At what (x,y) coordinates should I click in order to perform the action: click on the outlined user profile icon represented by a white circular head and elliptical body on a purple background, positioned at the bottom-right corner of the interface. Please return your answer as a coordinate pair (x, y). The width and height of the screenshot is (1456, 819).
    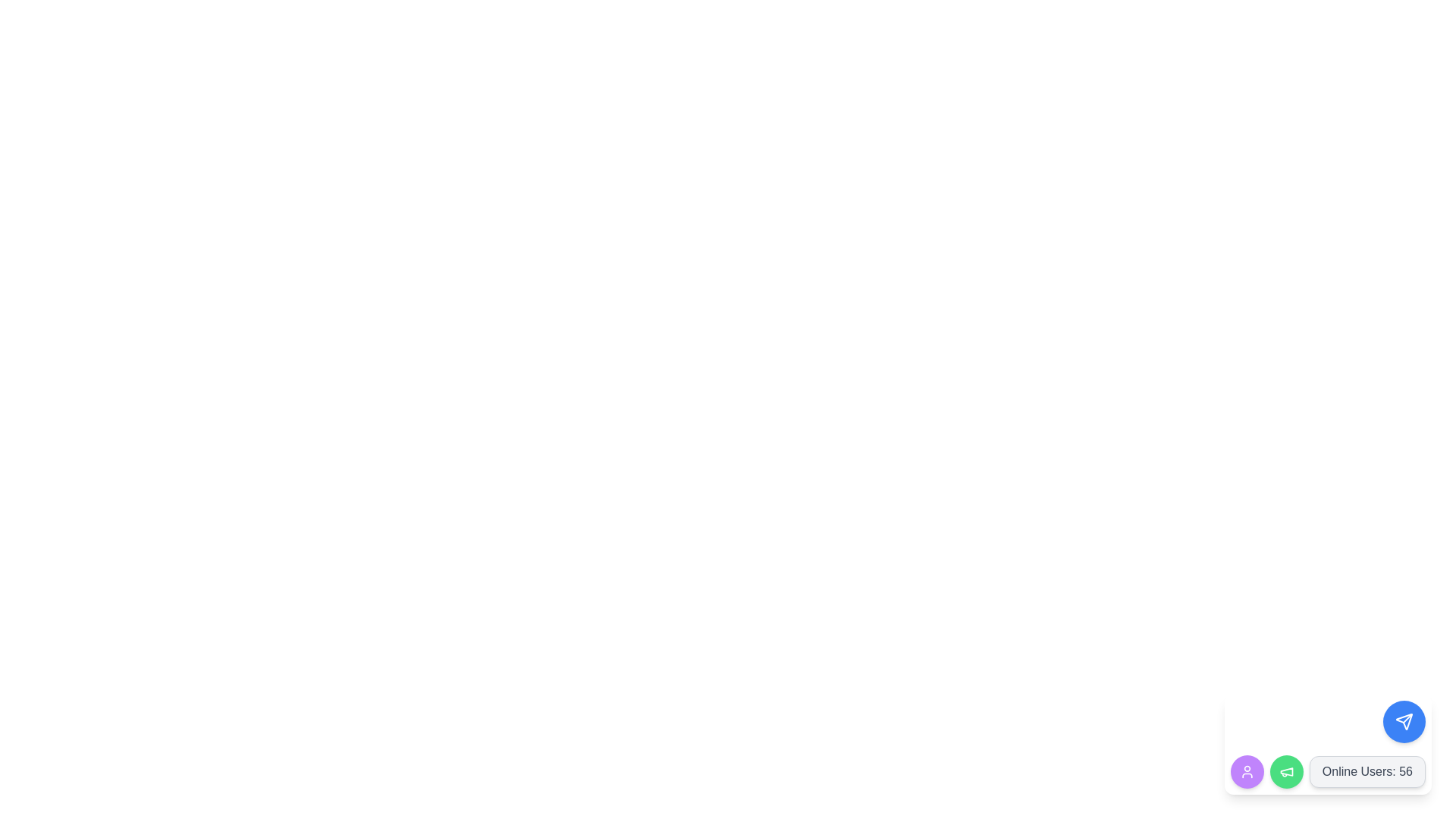
    Looking at the image, I should click on (1247, 772).